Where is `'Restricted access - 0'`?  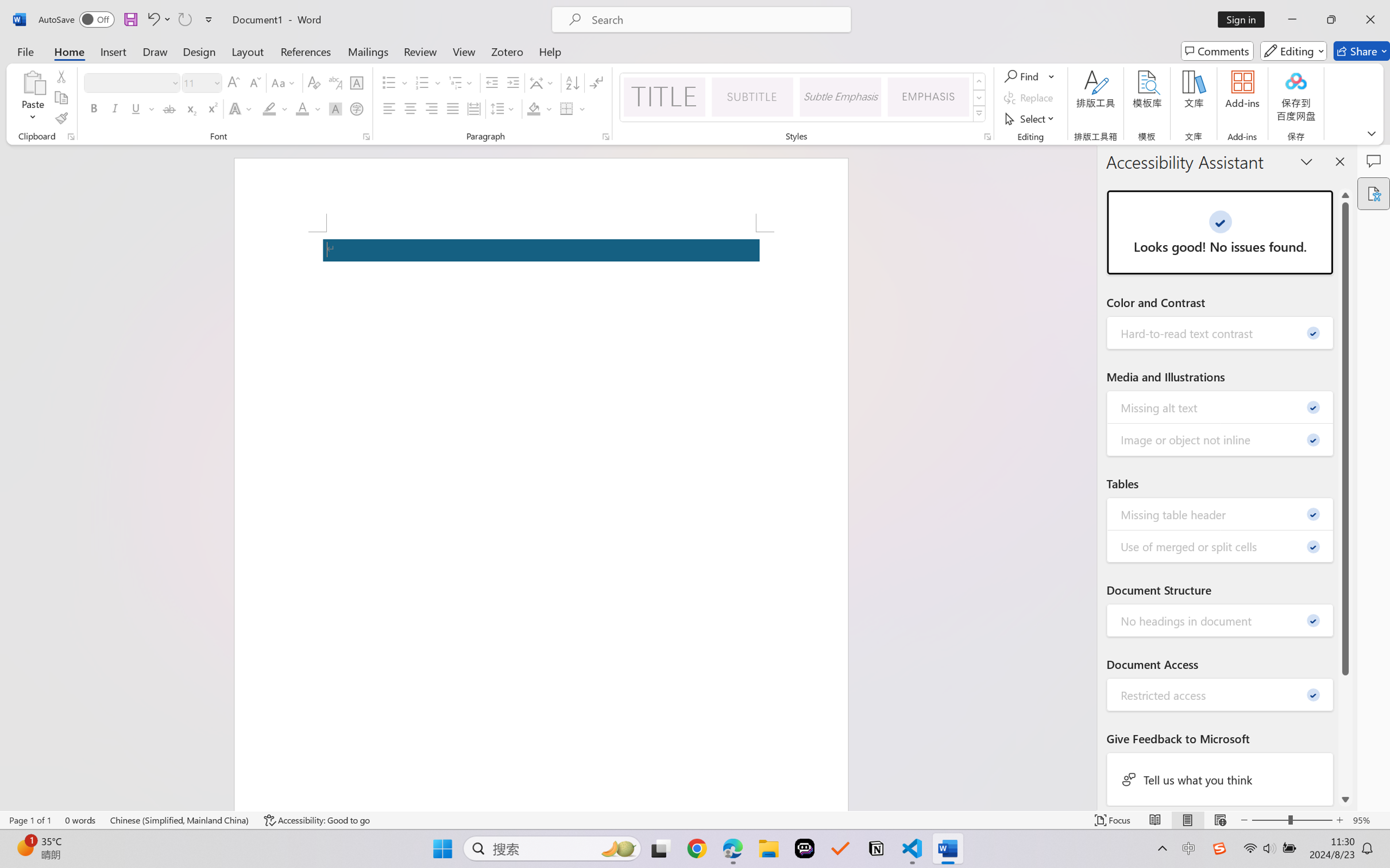
'Restricted access - 0' is located at coordinates (1219, 694).